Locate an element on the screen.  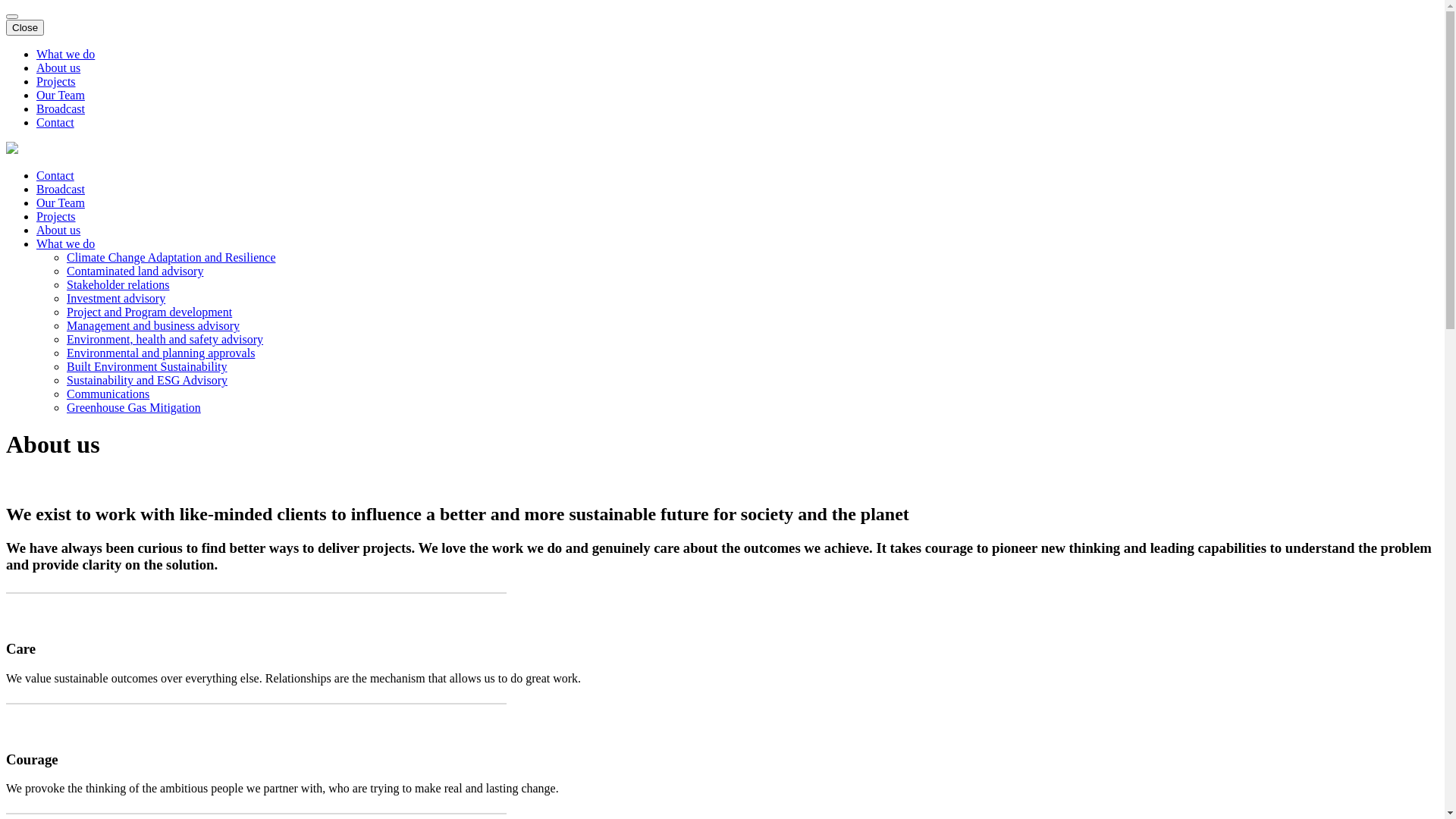
'Communications' is located at coordinates (107, 393).